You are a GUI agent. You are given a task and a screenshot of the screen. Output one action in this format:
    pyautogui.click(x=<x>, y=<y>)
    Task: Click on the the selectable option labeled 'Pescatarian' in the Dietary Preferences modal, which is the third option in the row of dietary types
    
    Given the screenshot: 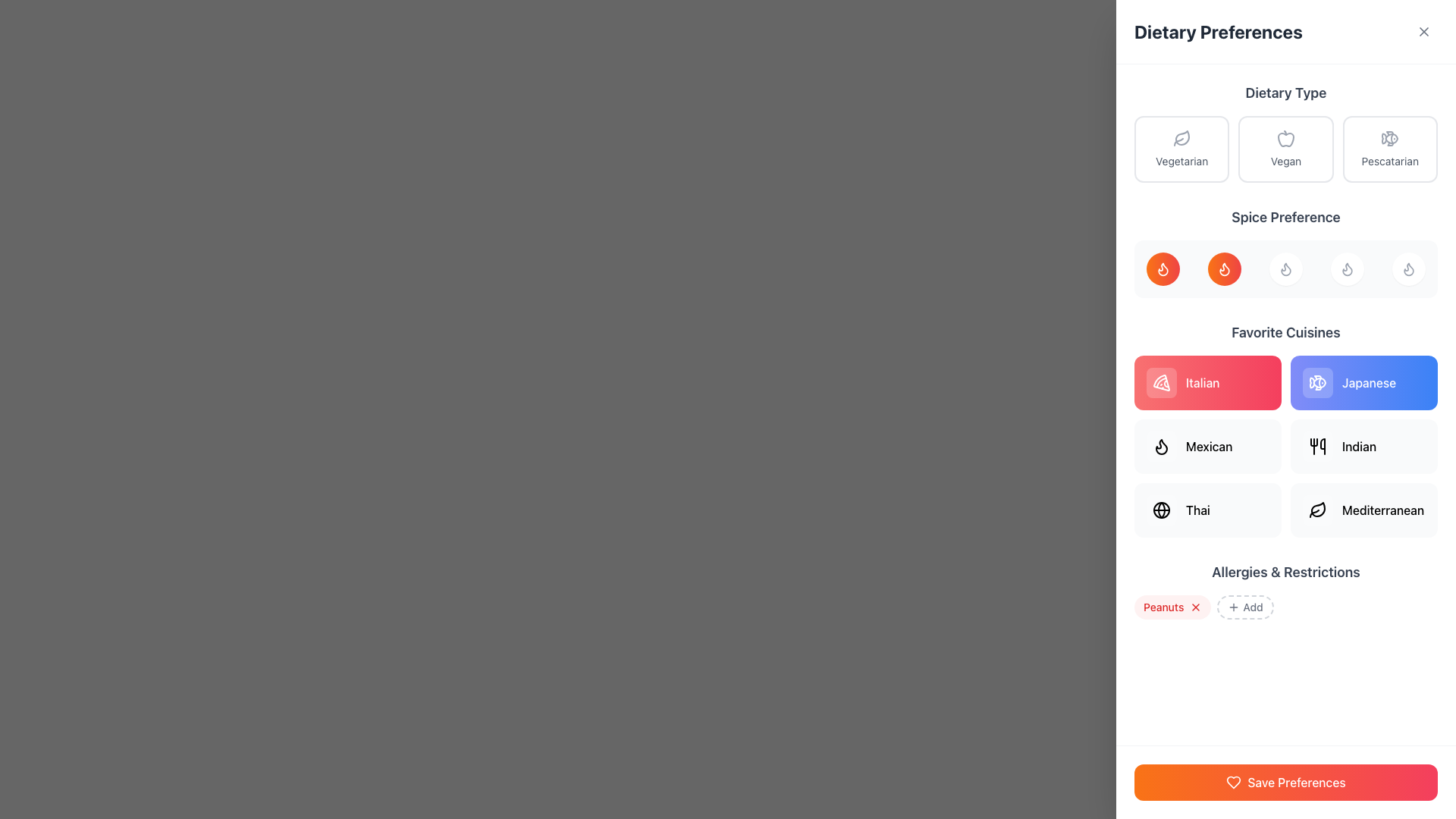 What is the action you would take?
    pyautogui.click(x=1390, y=149)
    